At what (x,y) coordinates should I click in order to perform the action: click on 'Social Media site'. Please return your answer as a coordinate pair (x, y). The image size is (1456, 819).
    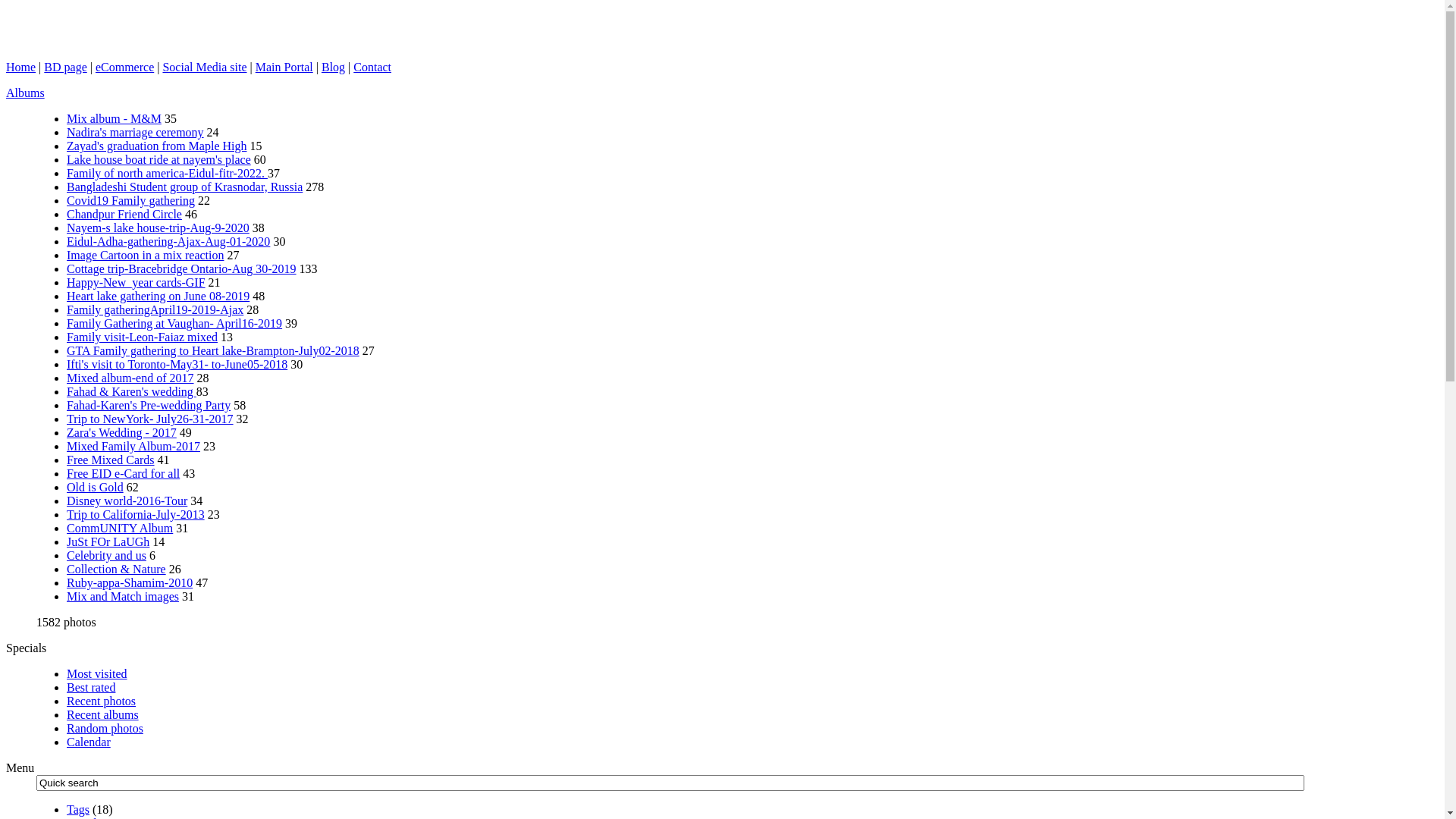
    Looking at the image, I should click on (162, 66).